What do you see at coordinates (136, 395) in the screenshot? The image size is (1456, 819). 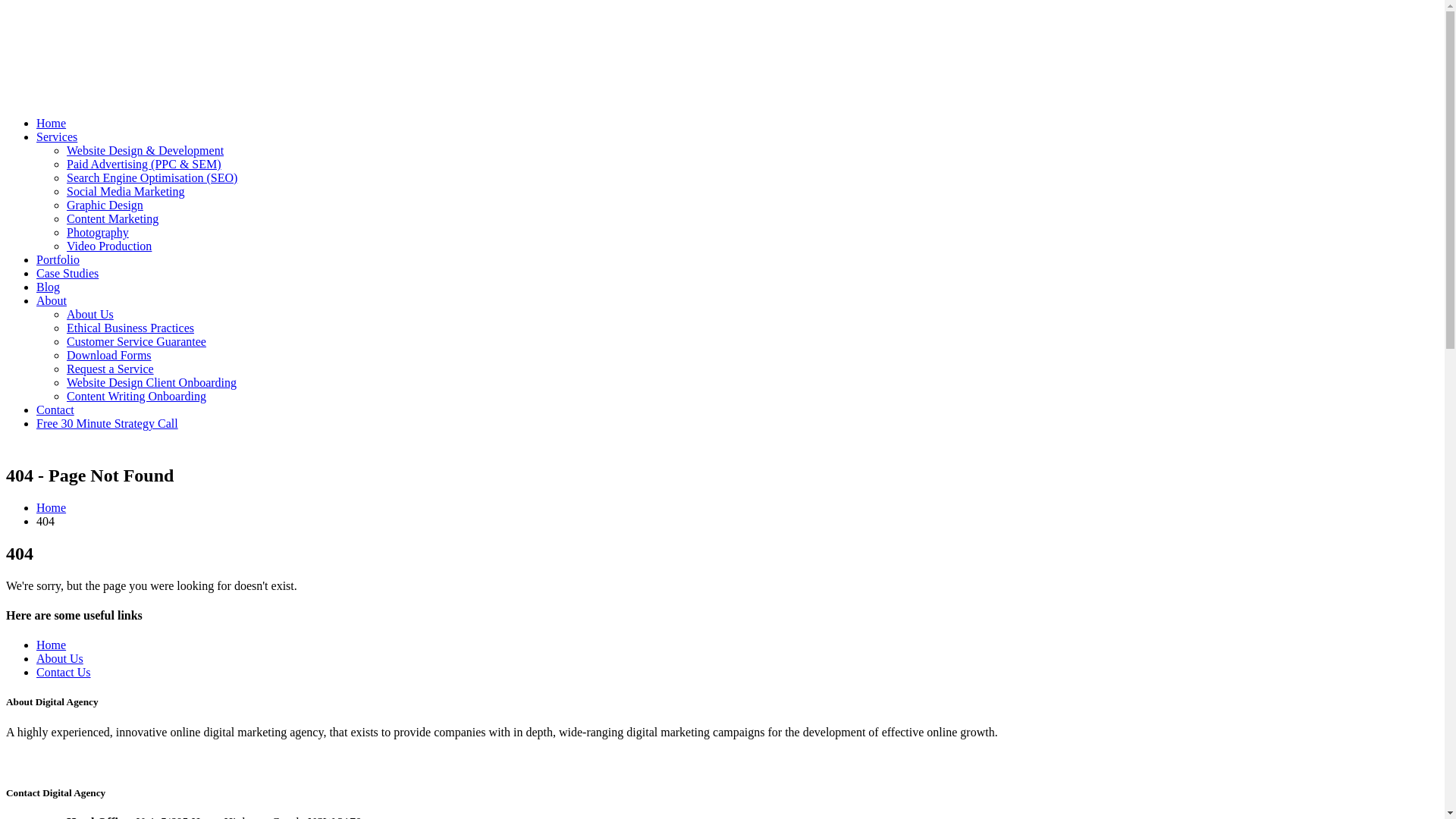 I see `'Content Writing Onboarding'` at bounding box center [136, 395].